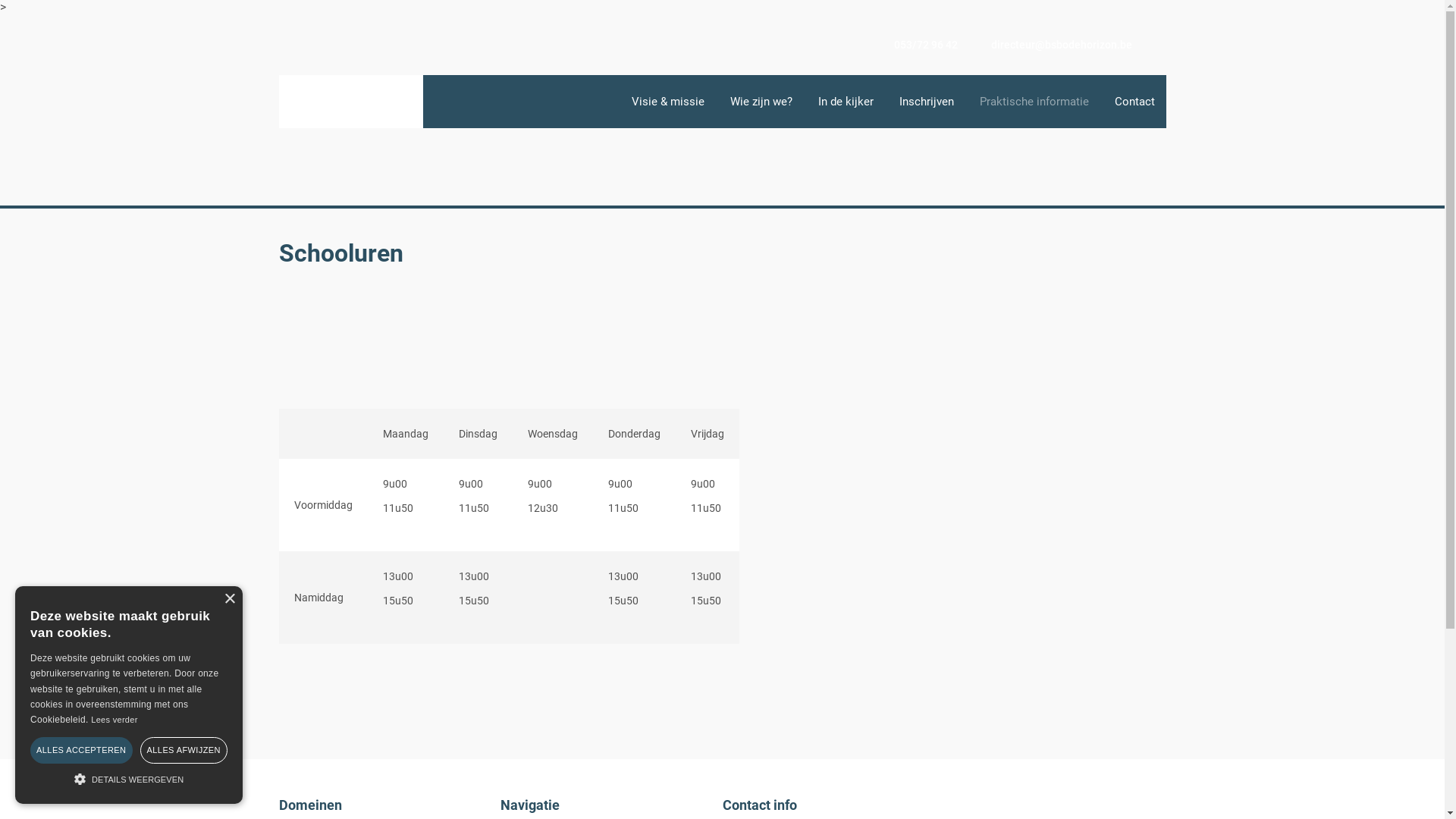 Image resolution: width=1456 pixels, height=819 pixels. Describe the element at coordinates (845, 102) in the screenshot. I see `'In de kijker'` at that location.